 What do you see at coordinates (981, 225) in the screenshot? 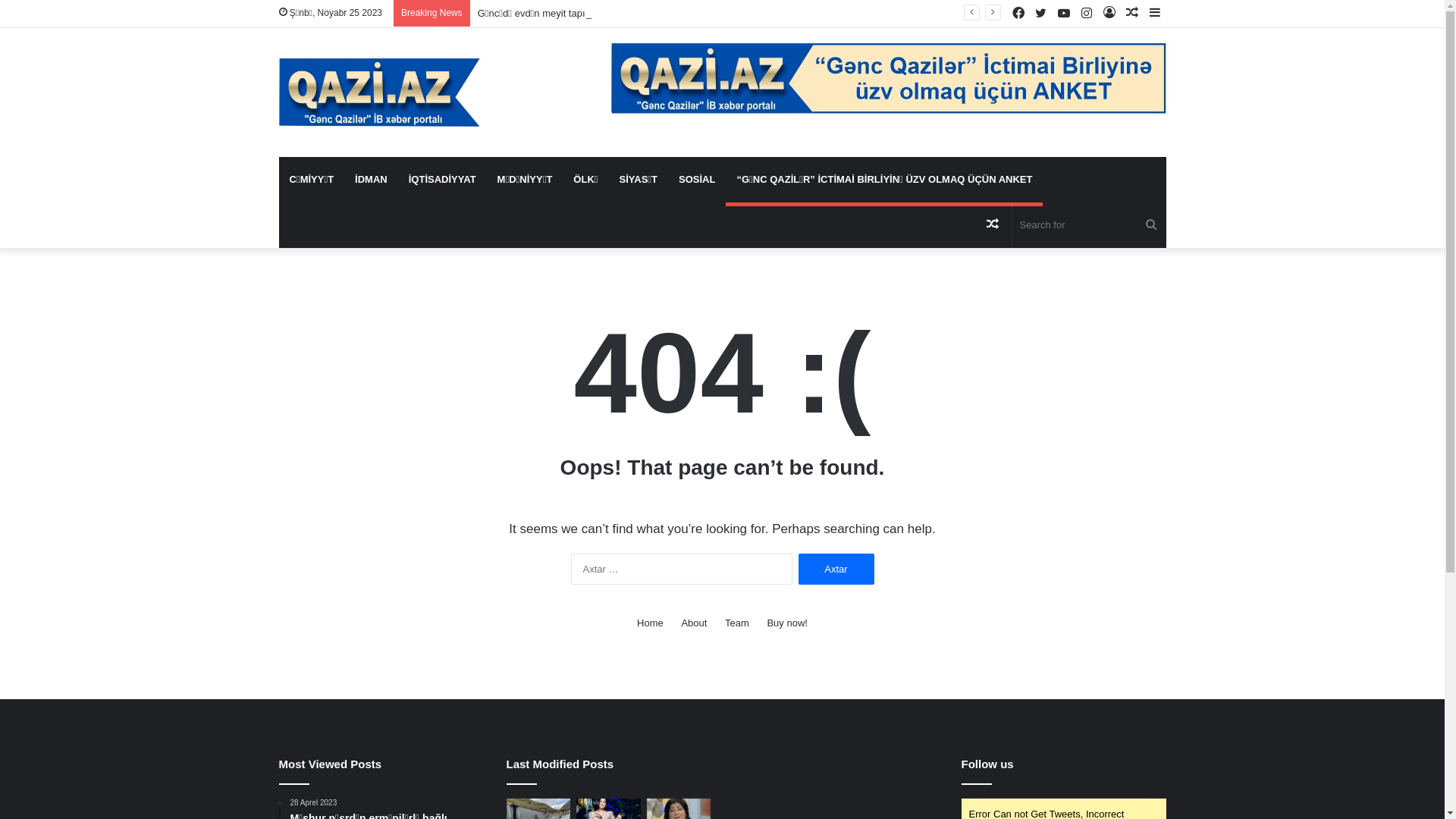
I see `'Random Article'` at bounding box center [981, 225].